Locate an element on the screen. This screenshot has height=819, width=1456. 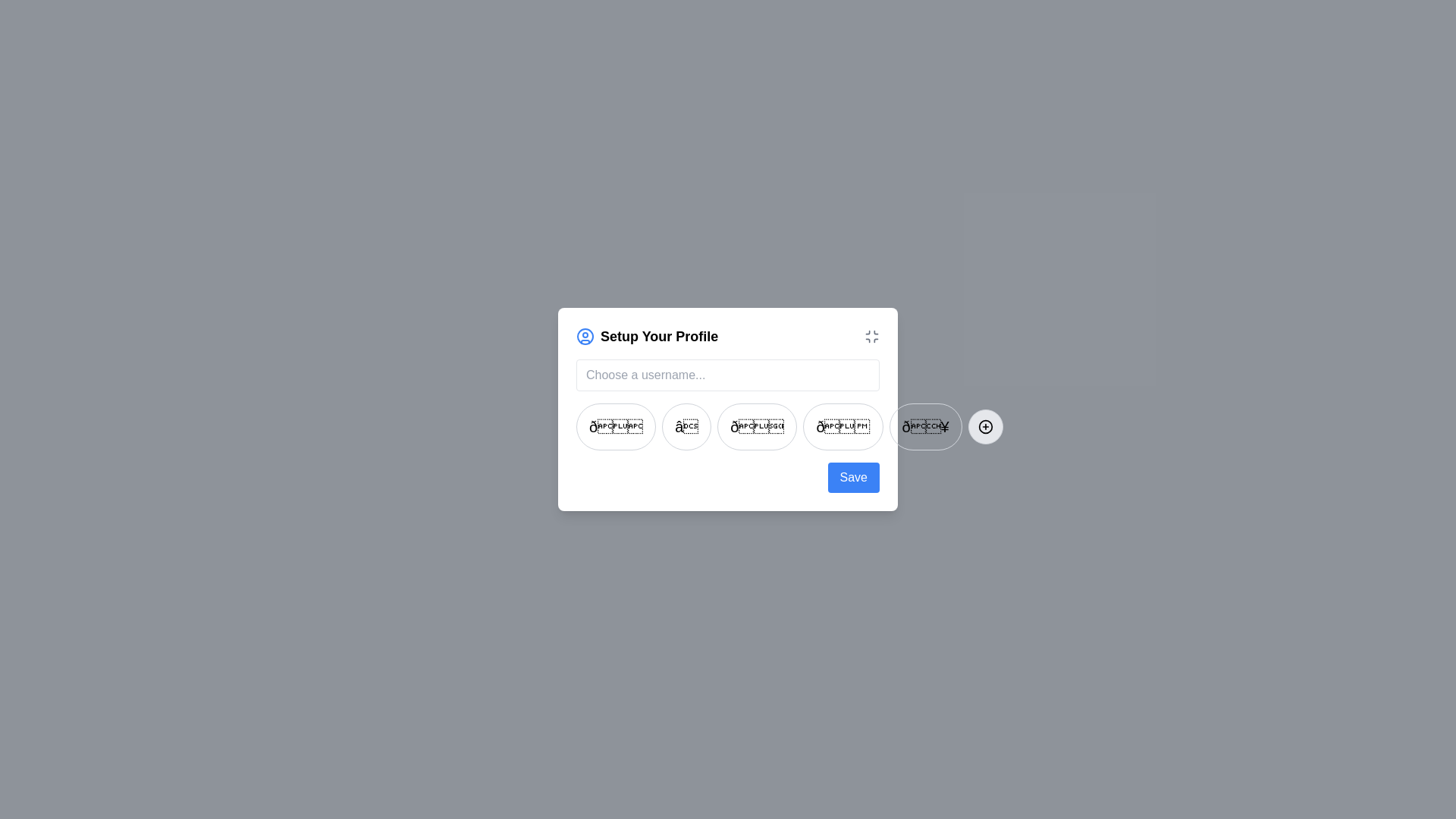
the styled button containing the character '🔧' is located at coordinates (924, 427).